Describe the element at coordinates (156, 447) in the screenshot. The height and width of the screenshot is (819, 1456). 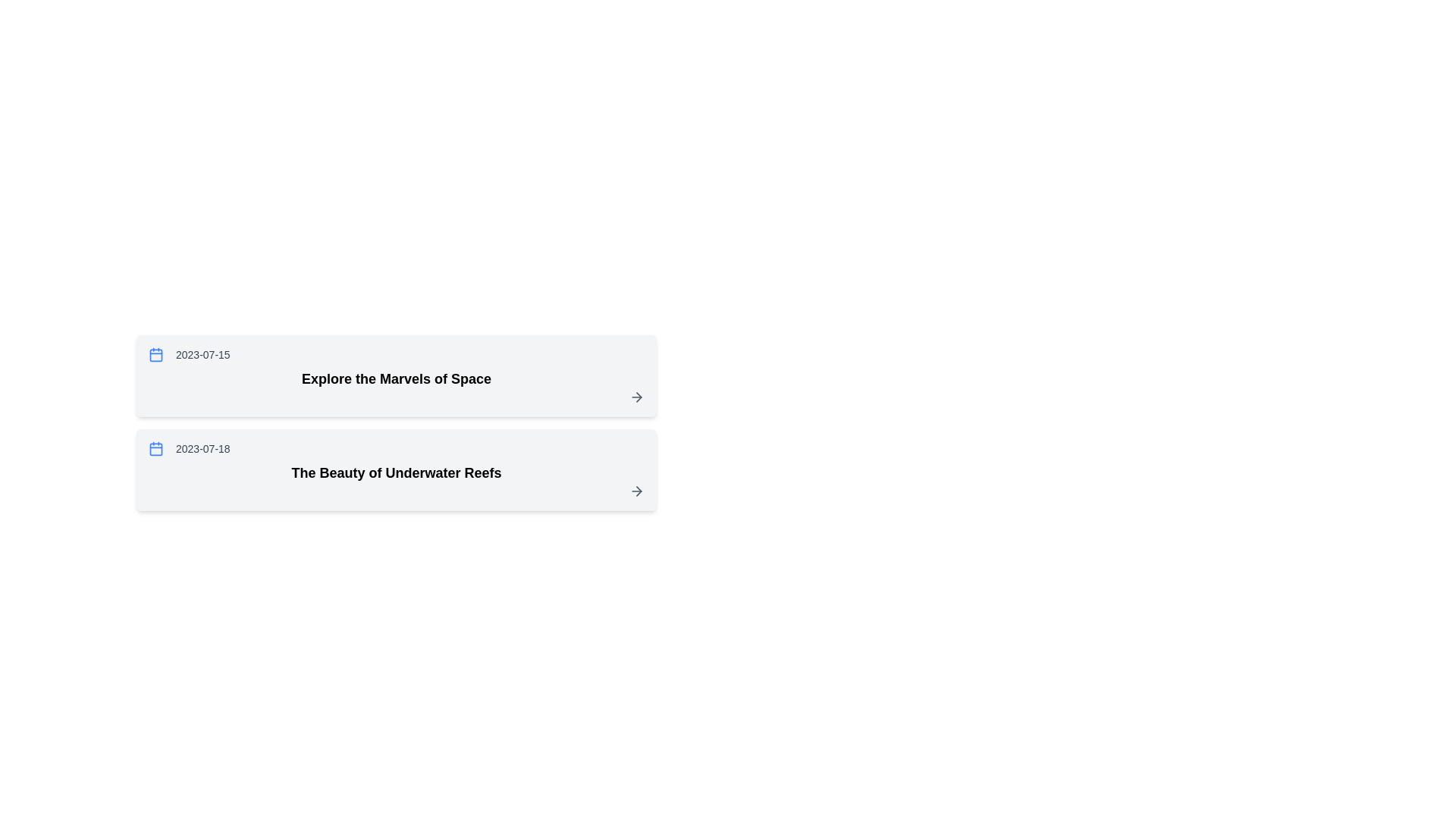
I see `the decorative shape within the calendar icon, positioned to the left of '2023-07-18'` at that location.